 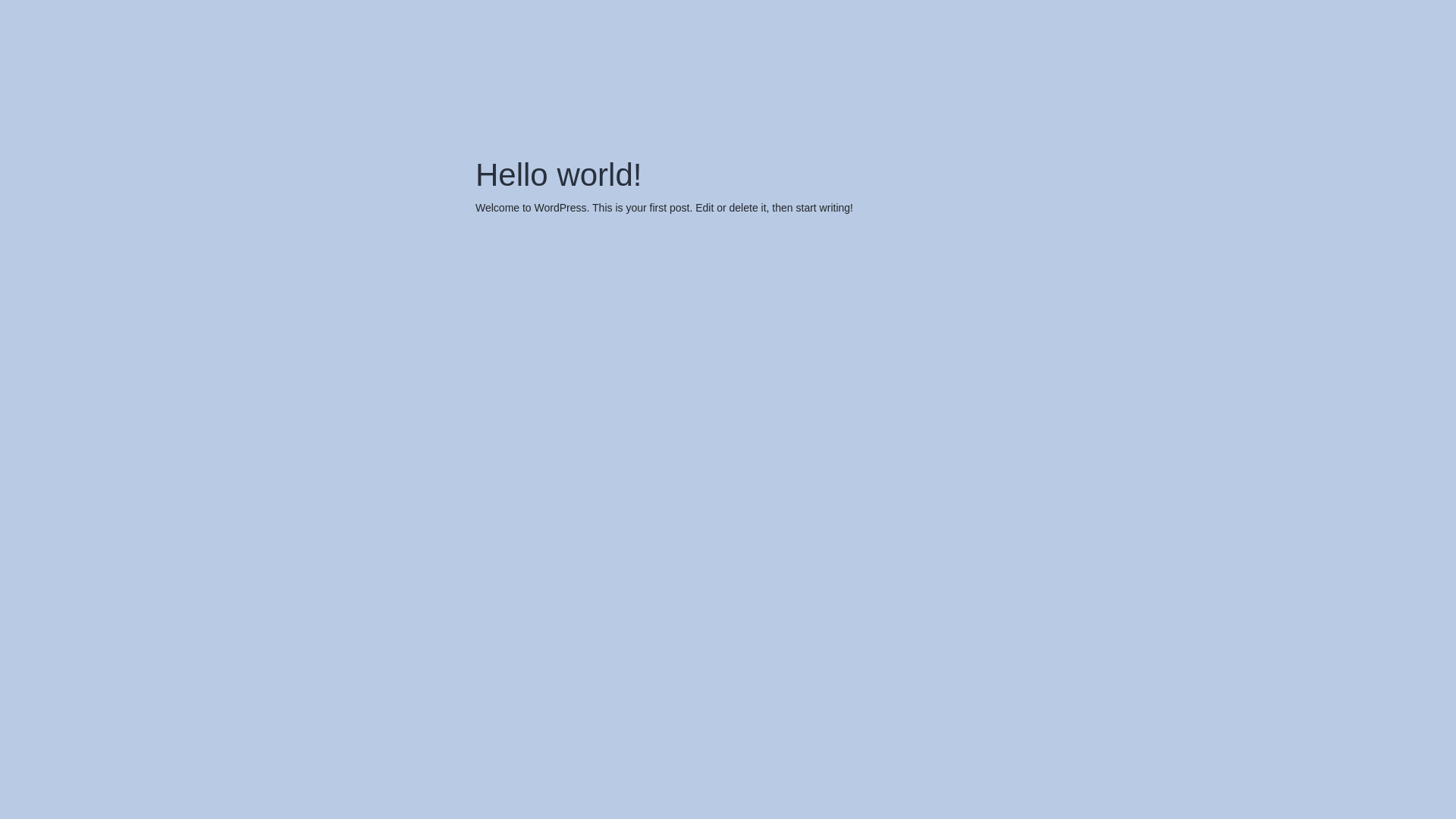 What do you see at coordinates (557, 174) in the screenshot?
I see `'Hello world!'` at bounding box center [557, 174].